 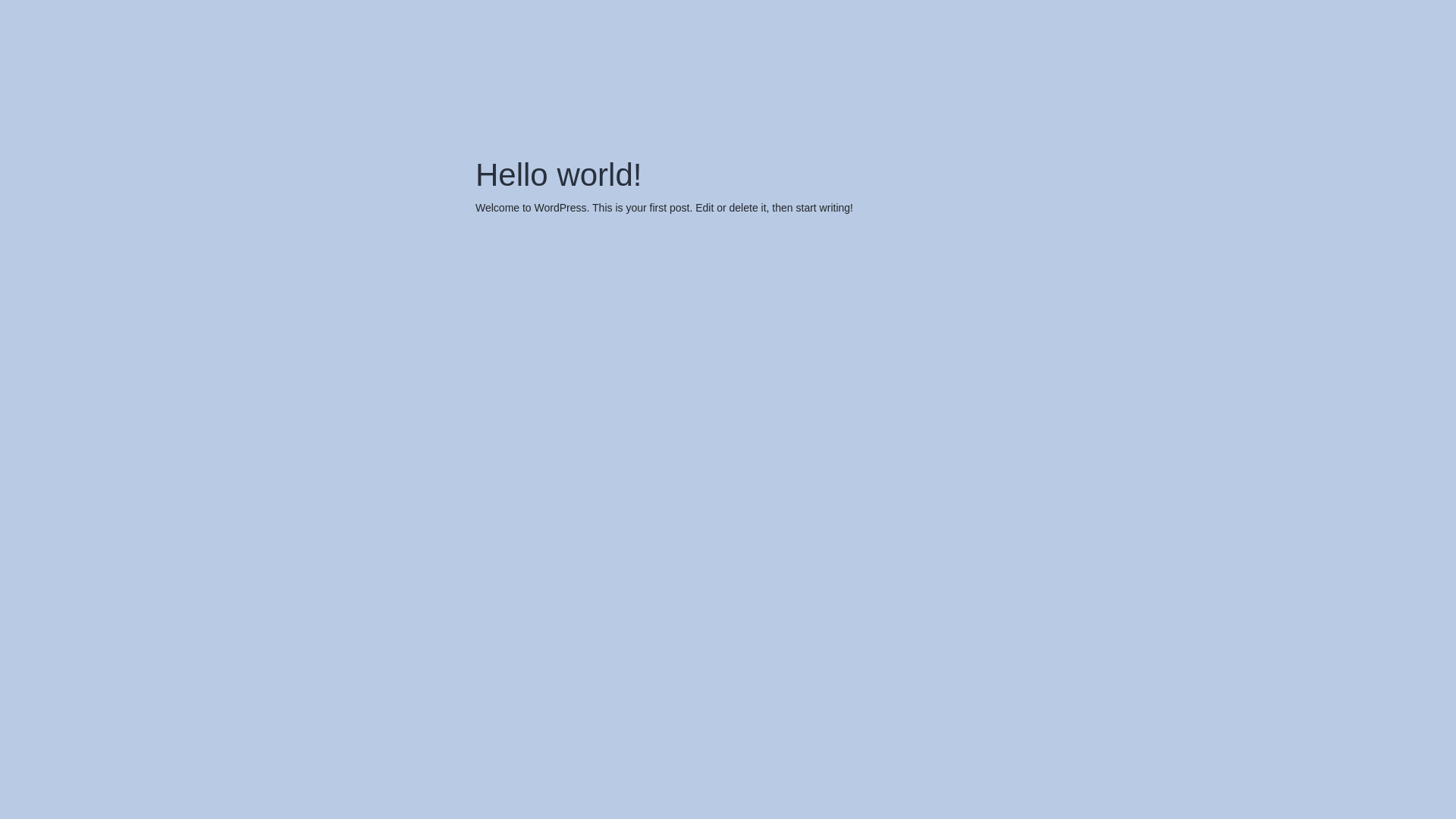 What do you see at coordinates (557, 174) in the screenshot?
I see `'Hello world!'` at bounding box center [557, 174].